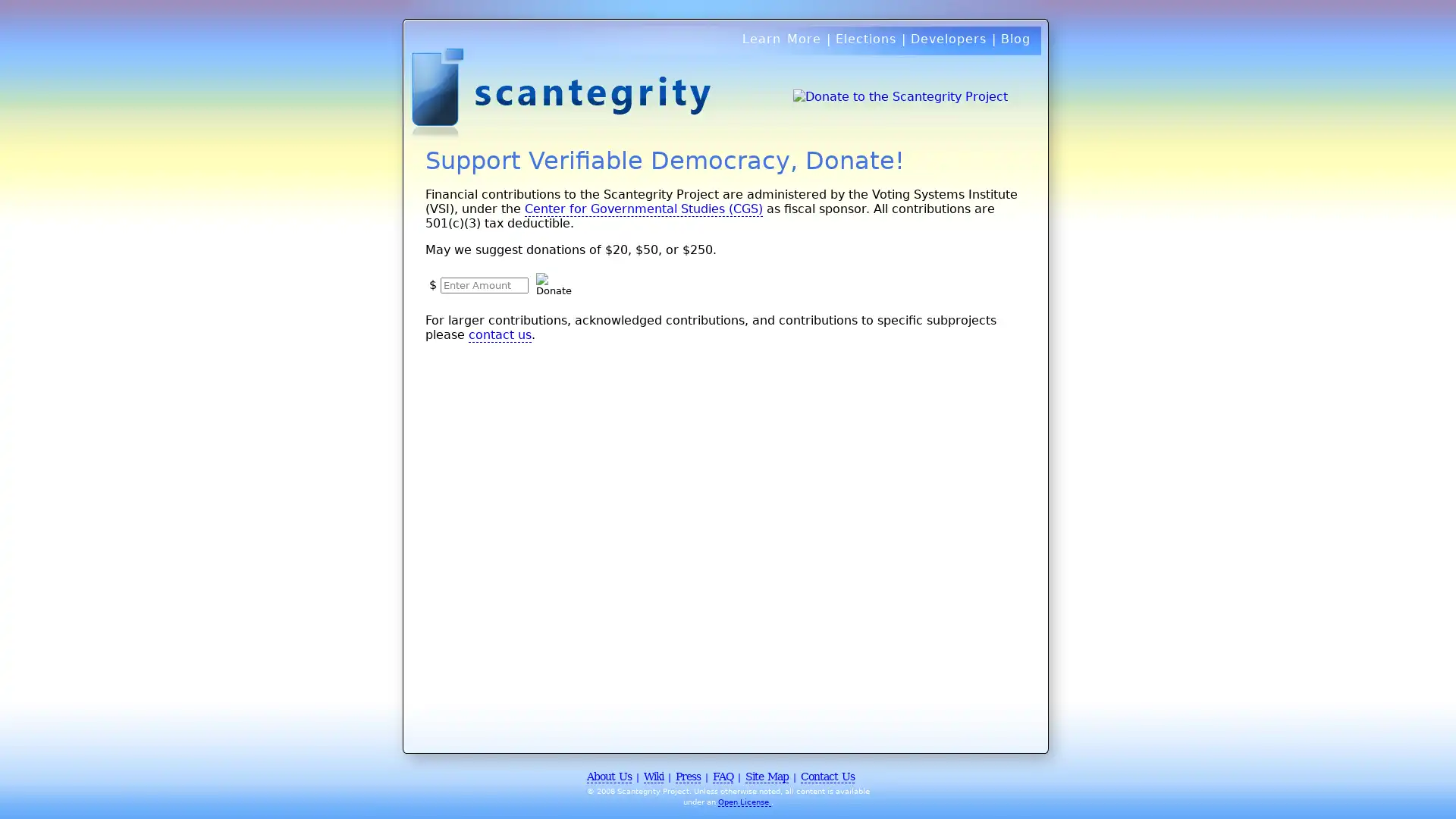 The image size is (1456, 819). What do you see at coordinates (553, 284) in the screenshot?
I see `Donate` at bounding box center [553, 284].